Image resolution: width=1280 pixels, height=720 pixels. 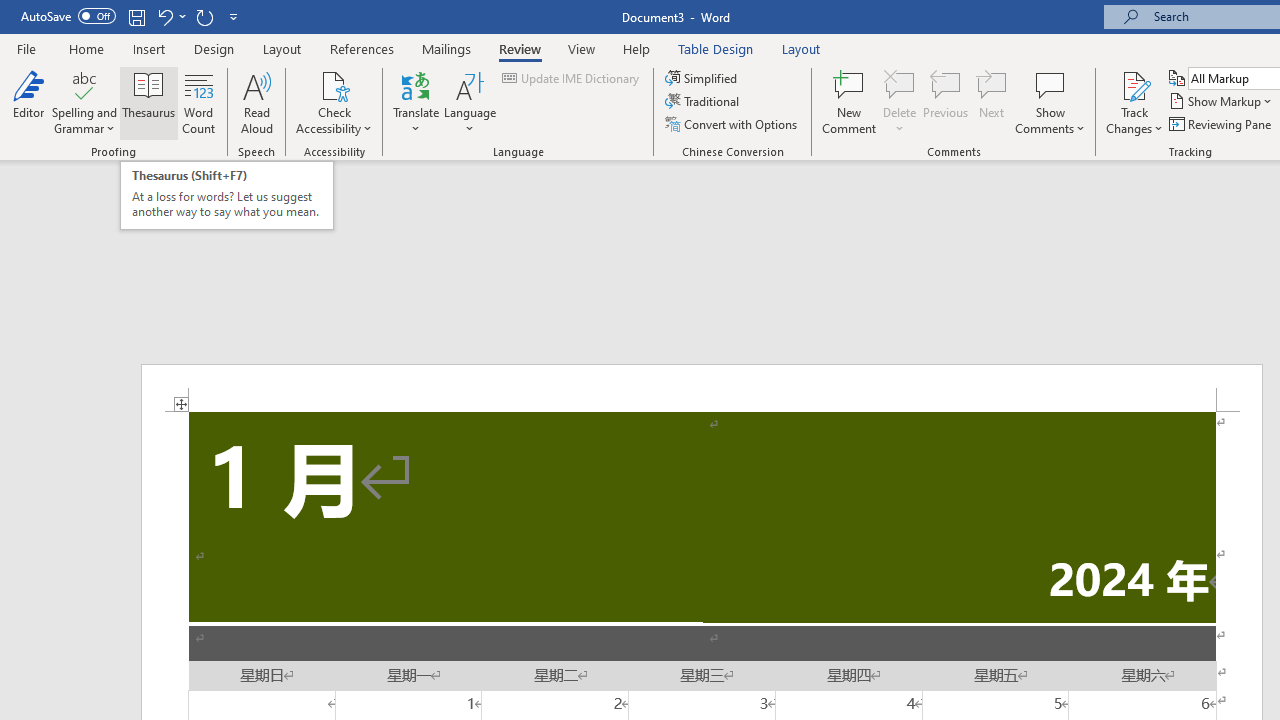 What do you see at coordinates (148, 103) in the screenshot?
I see `'Thesaurus...'` at bounding box center [148, 103].